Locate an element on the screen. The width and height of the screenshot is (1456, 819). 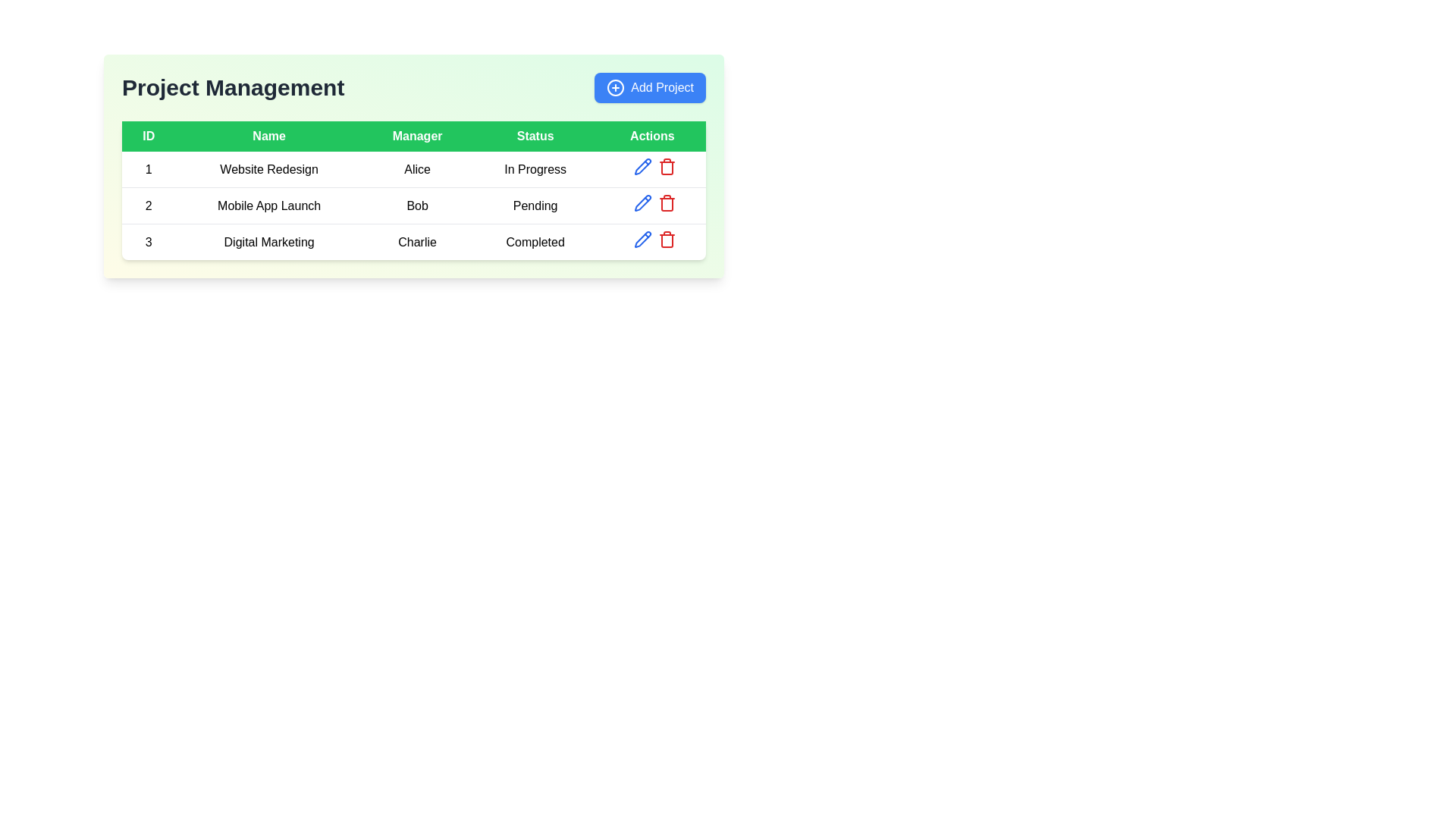
the table cell containing the text '2', located is located at coordinates (149, 206).